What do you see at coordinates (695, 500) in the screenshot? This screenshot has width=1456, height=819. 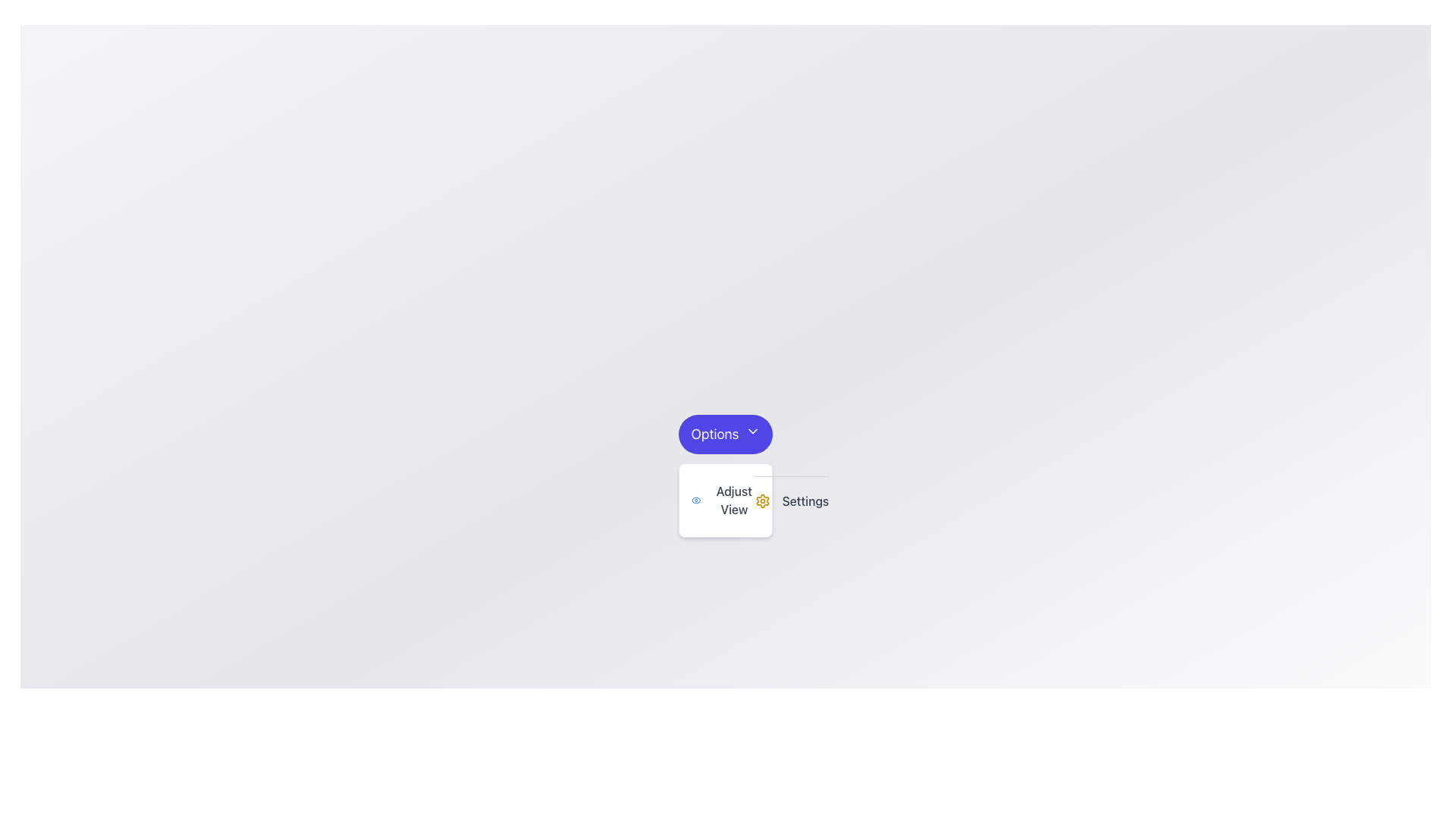 I see `the blue rounded eye icon located to the left of the 'Adjust View' text` at bounding box center [695, 500].